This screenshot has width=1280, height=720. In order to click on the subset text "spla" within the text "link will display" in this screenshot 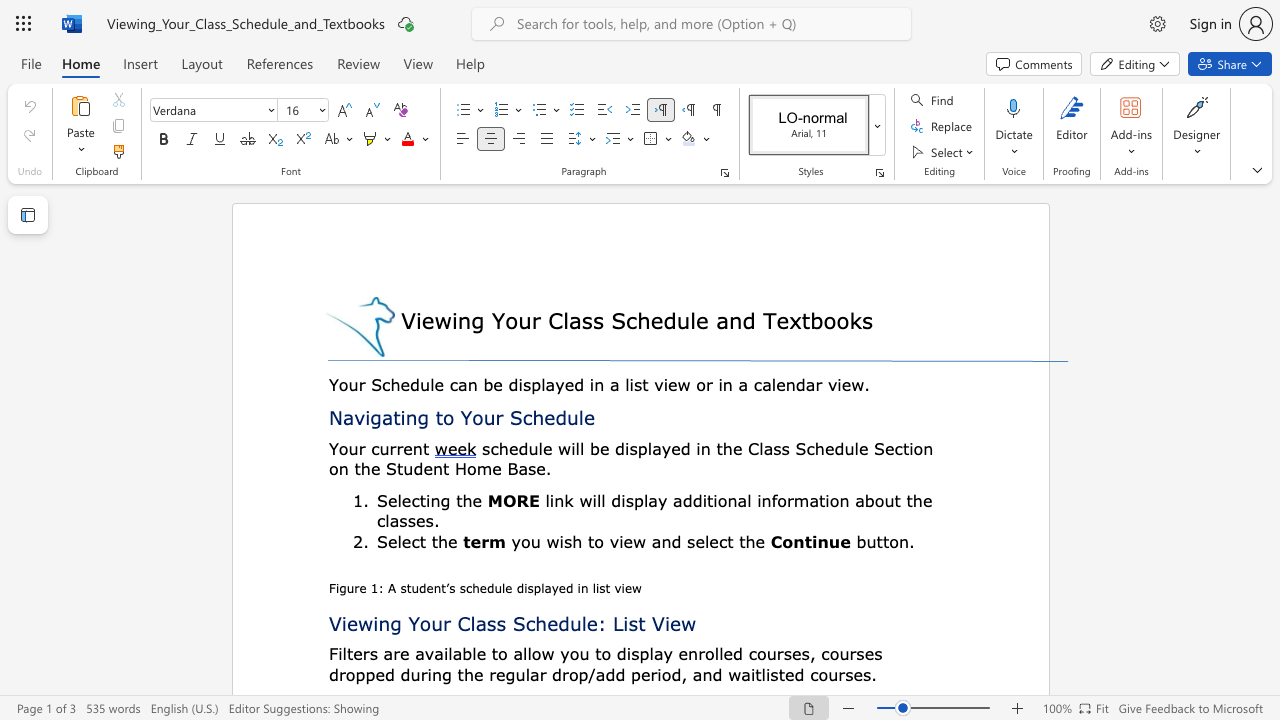, I will do `click(624, 499)`.